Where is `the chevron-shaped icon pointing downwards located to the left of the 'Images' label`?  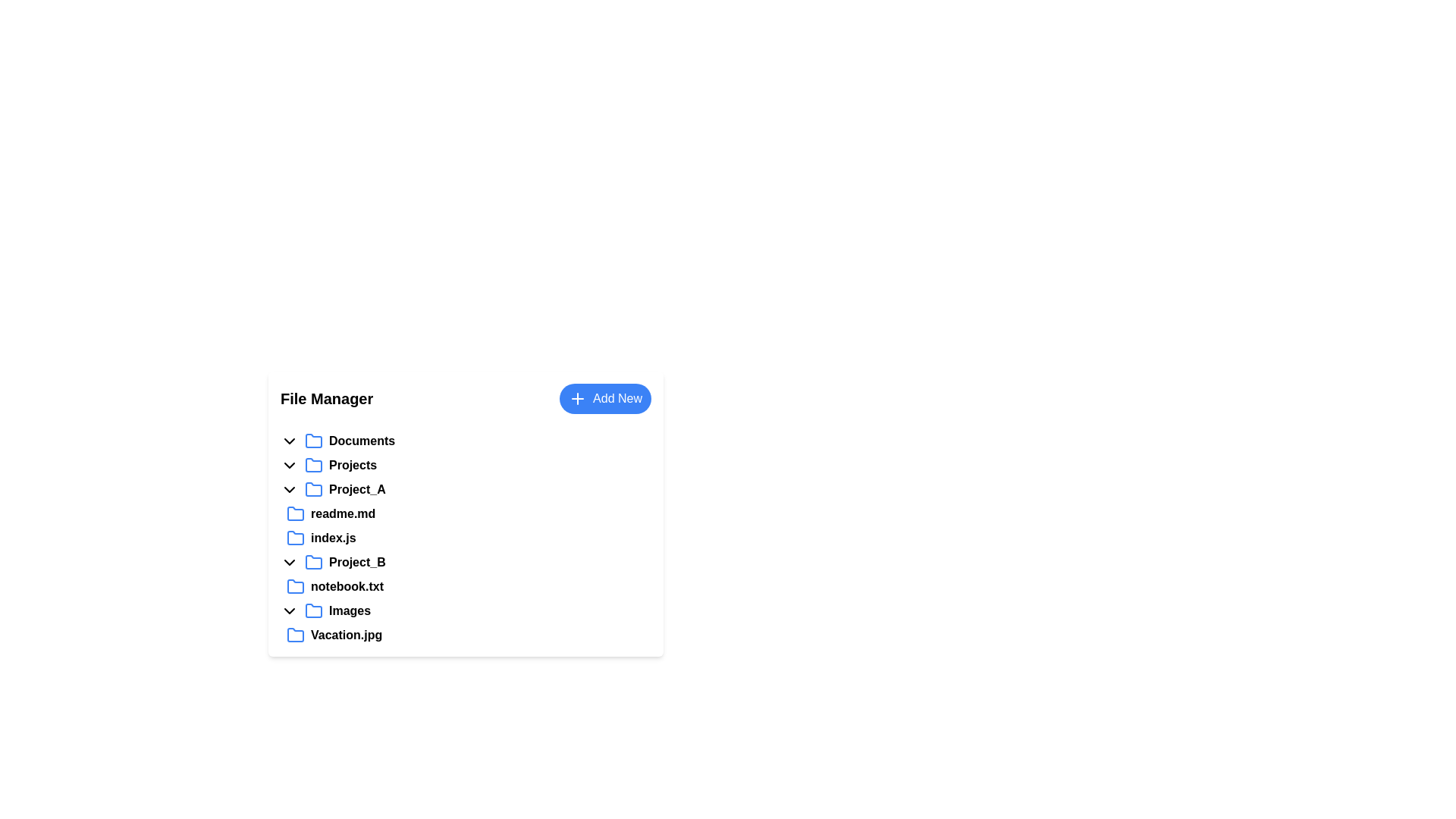
the chevron-shaped icon pointing downwards located to the left of the 'Images' label is located at coordinates (290, 610).